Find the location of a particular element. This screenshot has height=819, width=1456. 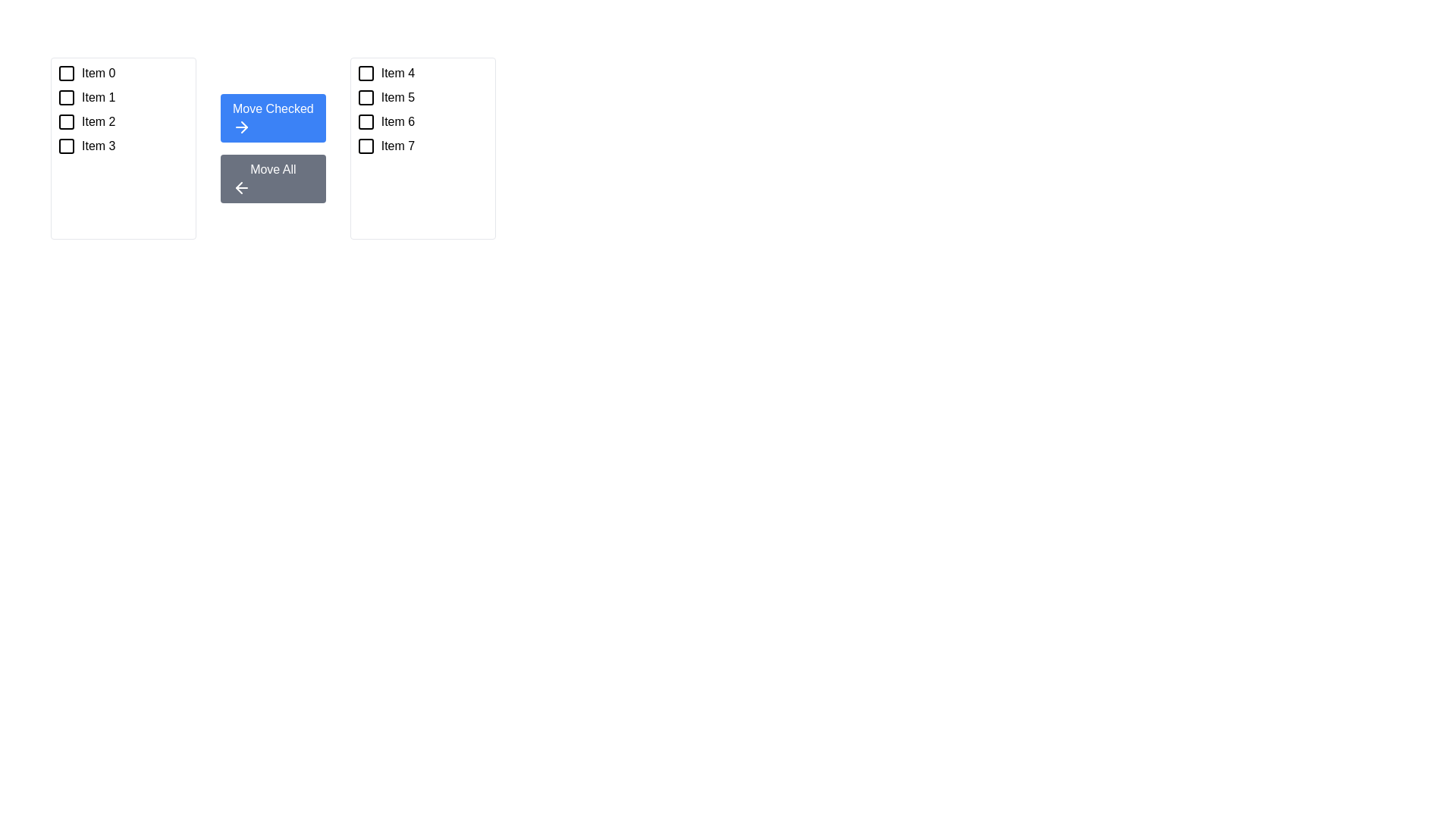

the text label reading 'Item 7' which is the fourth item in a vertical list of similar labels on the right side of the interface is located at coordinates (397, 146).